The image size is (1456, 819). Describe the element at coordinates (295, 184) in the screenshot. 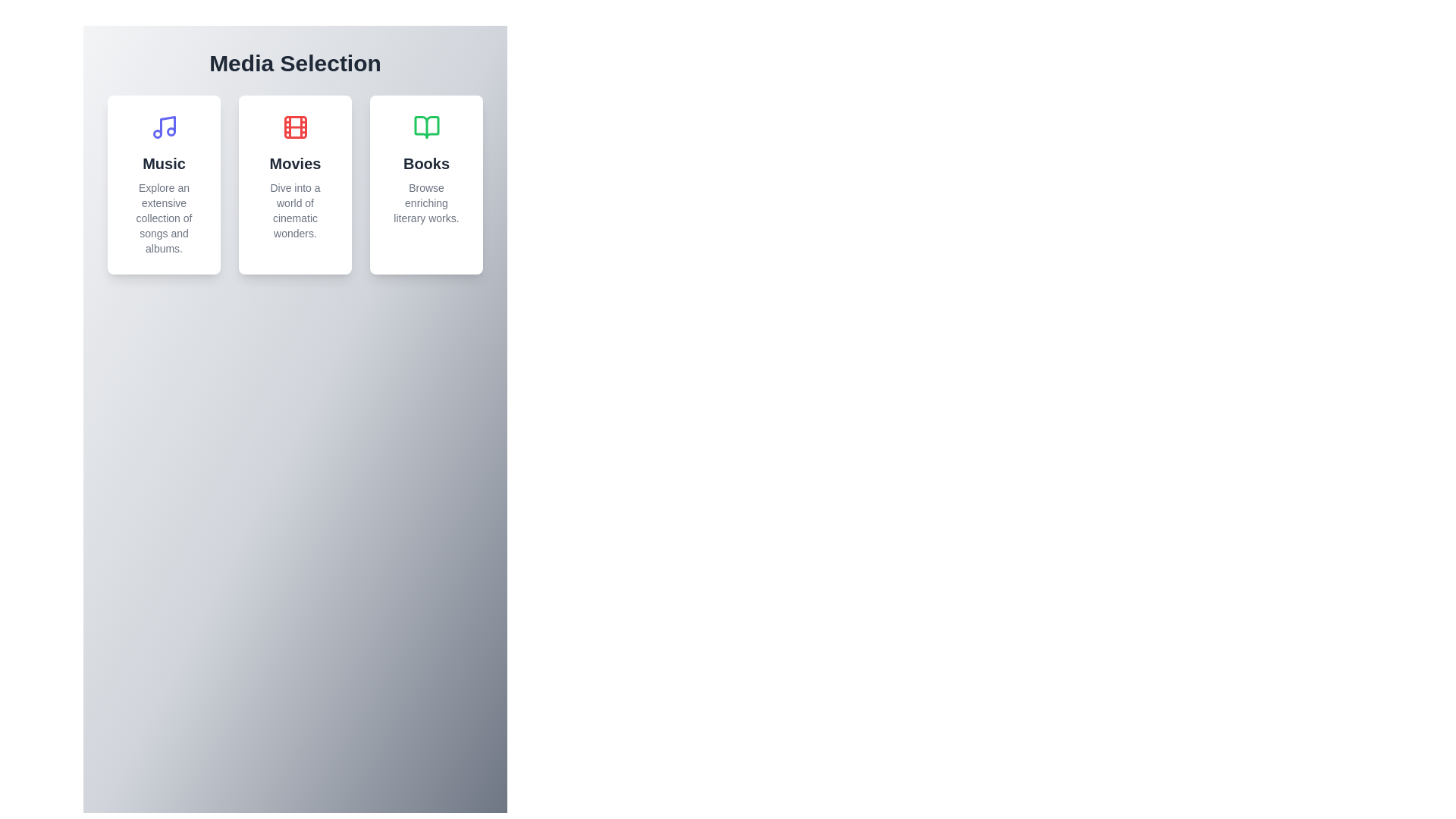

I see `the Grid layout element located below the 'Media Selection' heading, which contains cards for 'Music', 'Movies', and 'Books'` at that location.